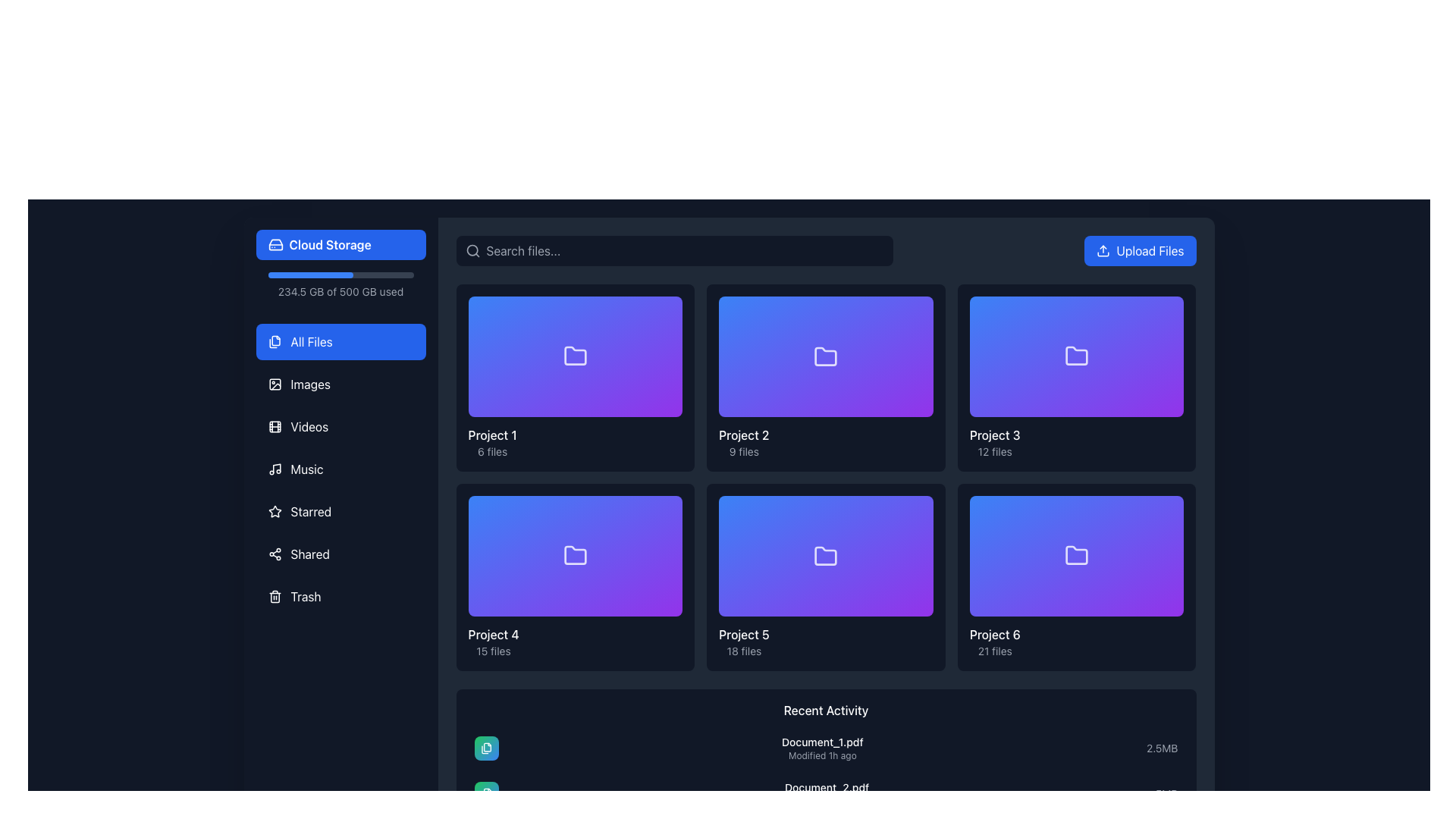  Describe the element at coordinates (340, 286) in the screenshot. I see `the progress indicator with descriptive text that shows '234.5 GB of 500 GB used', located in the left panel below the 'Cloud Storage' label` at that location.